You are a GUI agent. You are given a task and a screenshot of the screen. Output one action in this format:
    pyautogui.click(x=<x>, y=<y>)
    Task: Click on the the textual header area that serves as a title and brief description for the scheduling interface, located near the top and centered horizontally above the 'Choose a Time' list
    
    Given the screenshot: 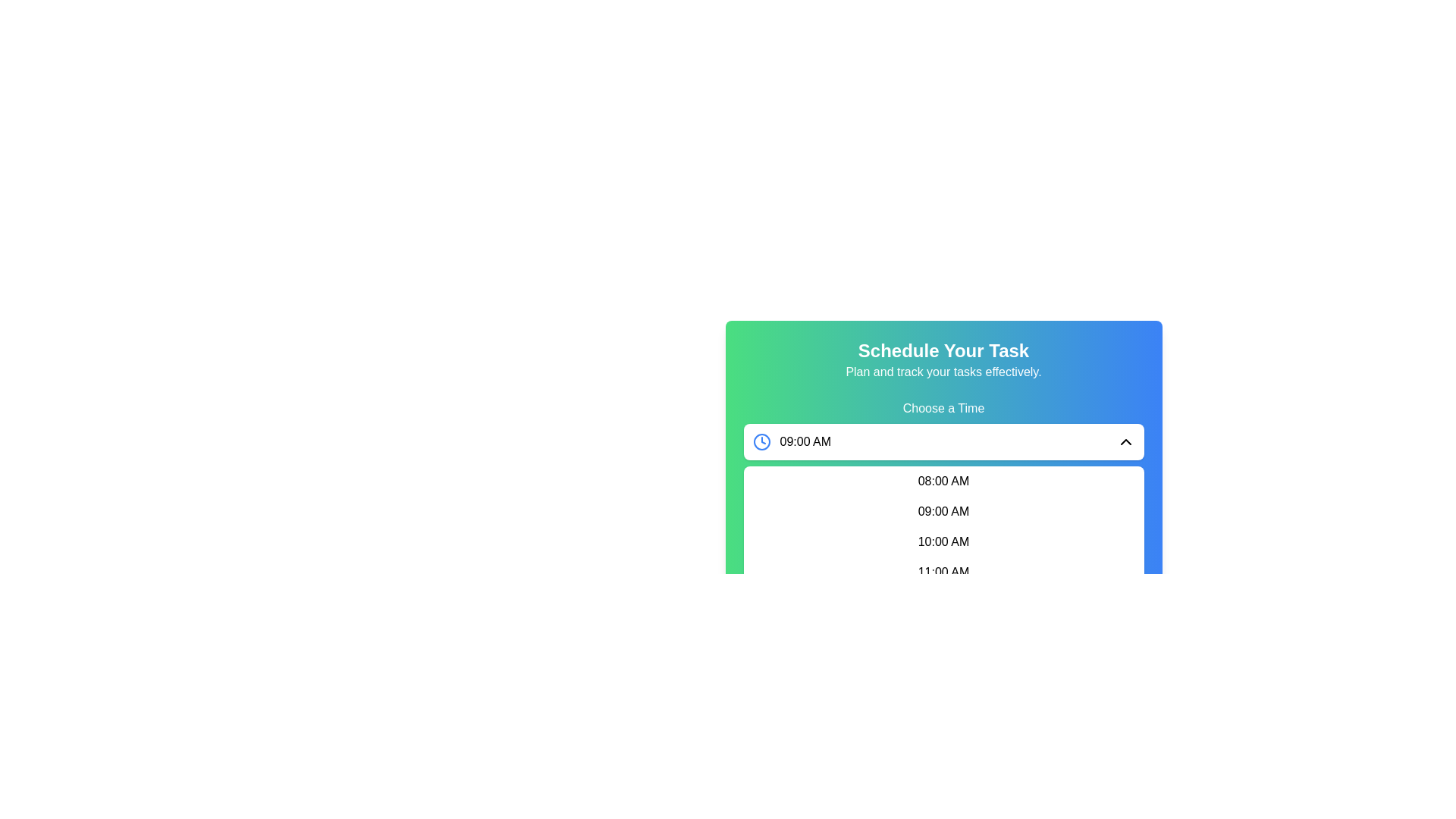 What is the action you would take?
    pyautogui.click(x=943, y=359)
    